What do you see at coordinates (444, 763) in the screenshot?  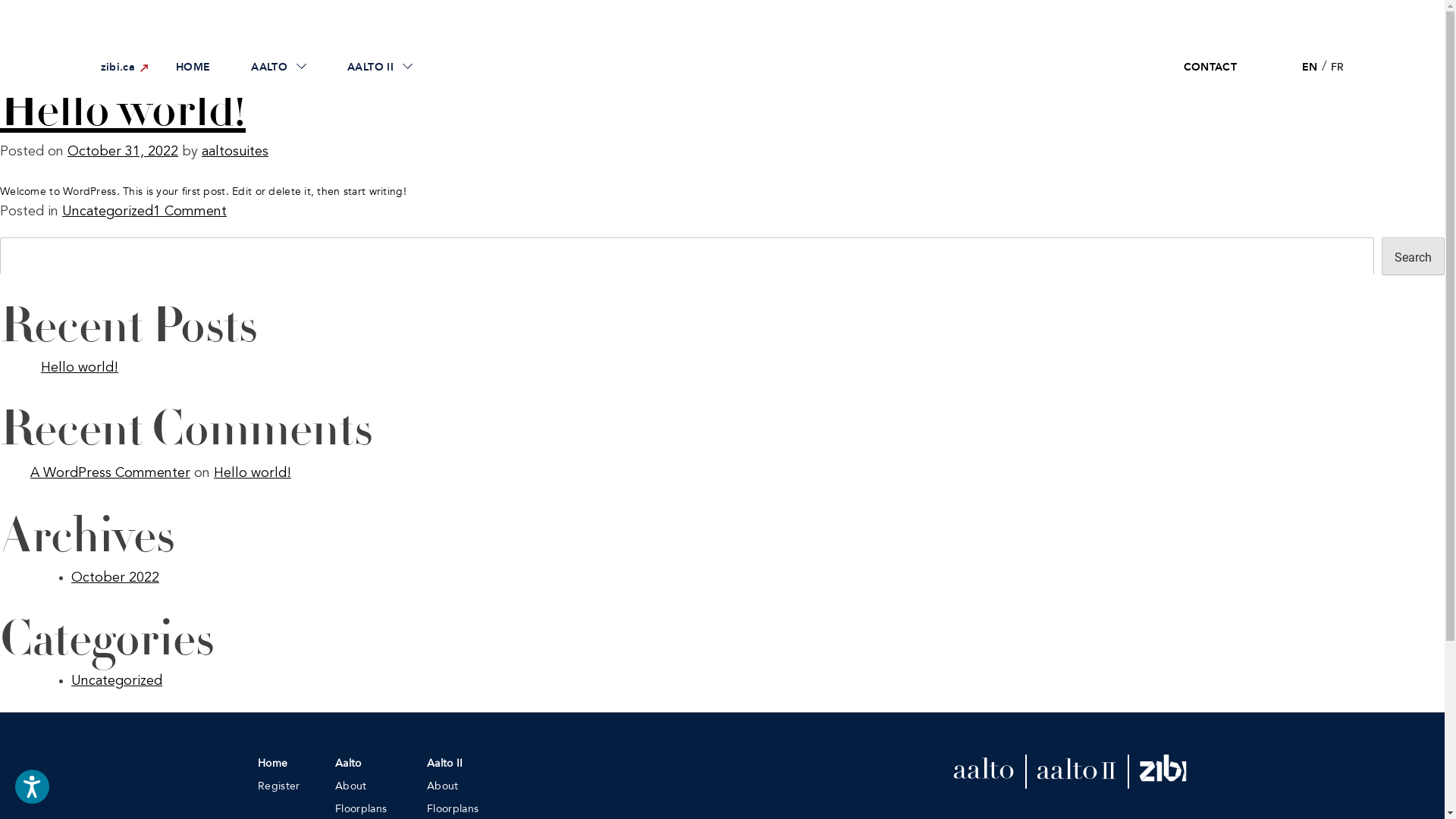 I see `'Aalto II'` at bounding box center [444, 763].